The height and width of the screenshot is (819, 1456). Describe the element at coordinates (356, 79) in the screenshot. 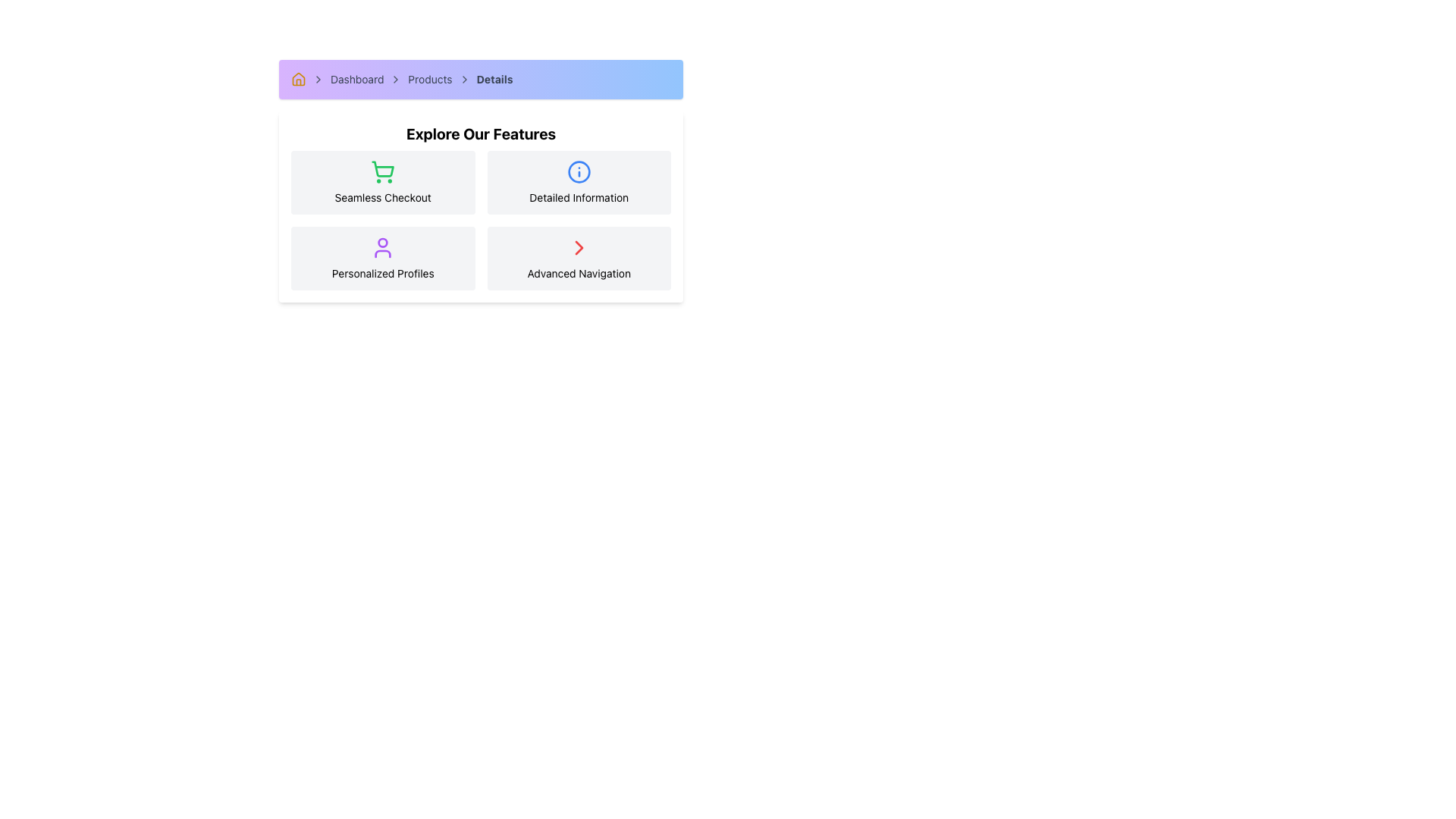

I see `the text label displaying 'Dashboard' in the breadcrumb navigation bar to examine the hover effect that changes the text color to blue` at that location.